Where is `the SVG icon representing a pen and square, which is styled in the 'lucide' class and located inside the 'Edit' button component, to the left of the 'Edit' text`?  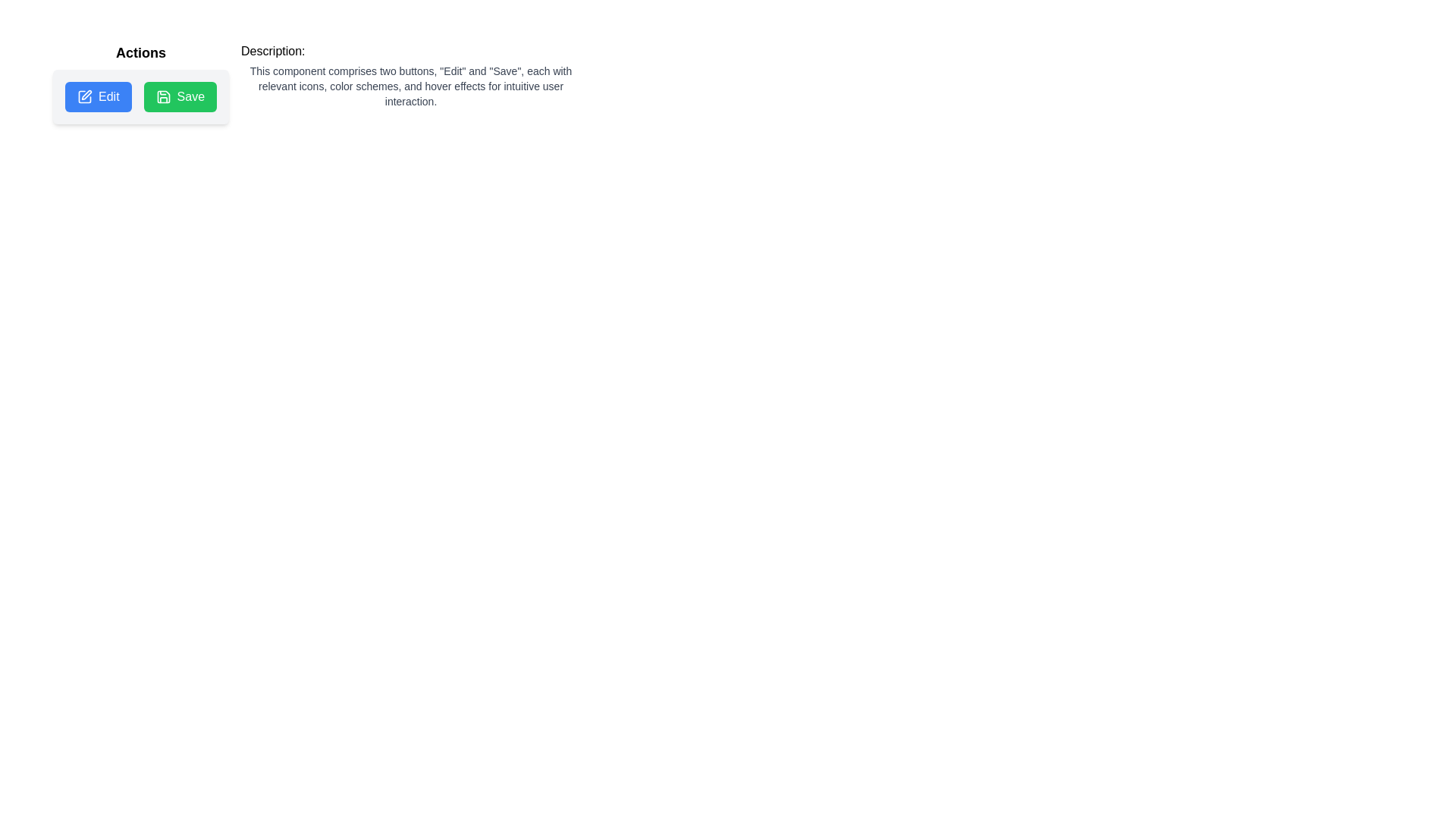
the SVG icon representing a pen and square, which is styled in the 'lucide' class and located inside the 'Edit' button component, to the left of the 'Edit' text is located at coordinates (83, 96).